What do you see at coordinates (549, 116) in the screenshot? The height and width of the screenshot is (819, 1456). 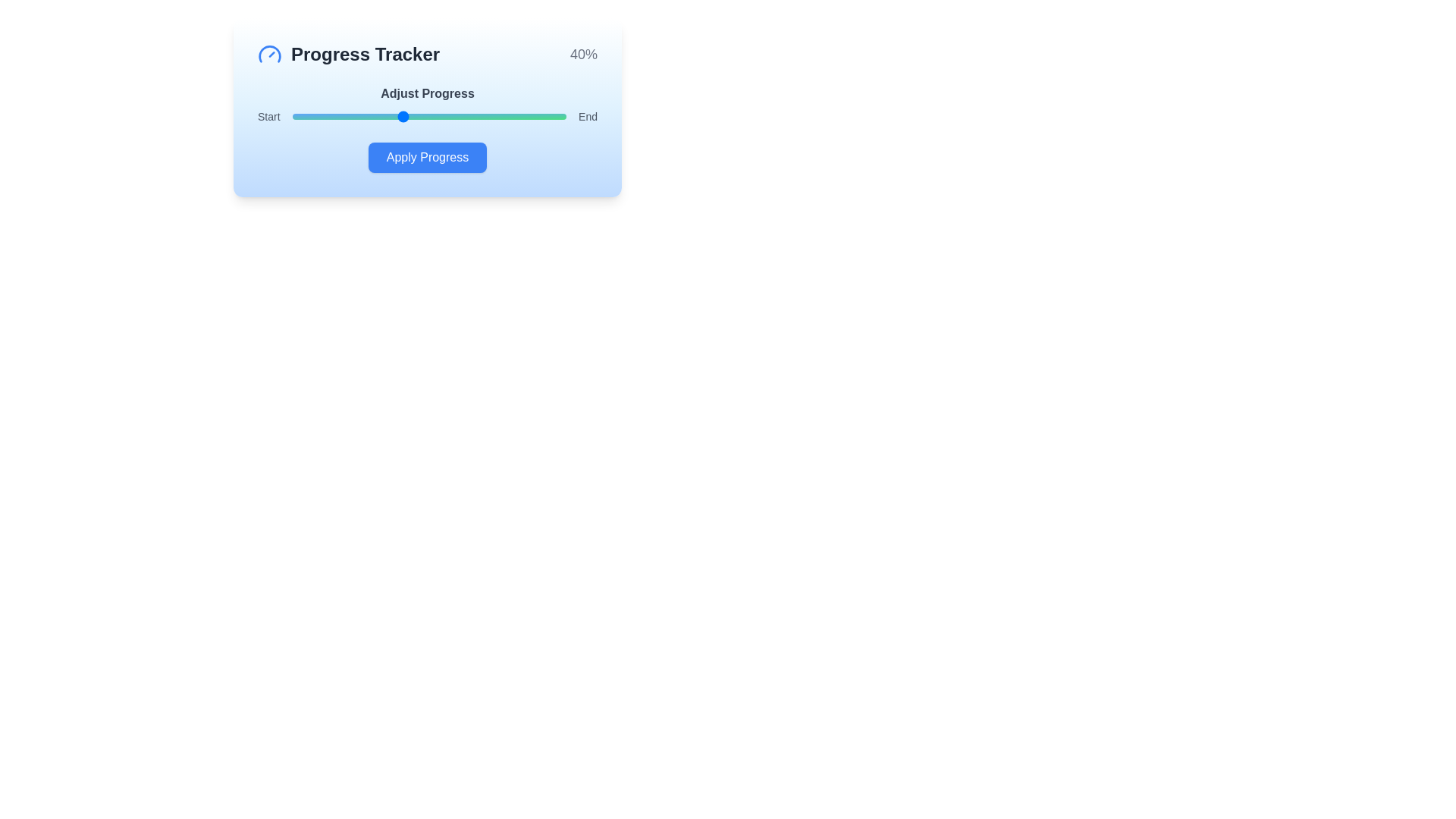 I see `the progress slider to 94%` at bounding box center [549, 116].